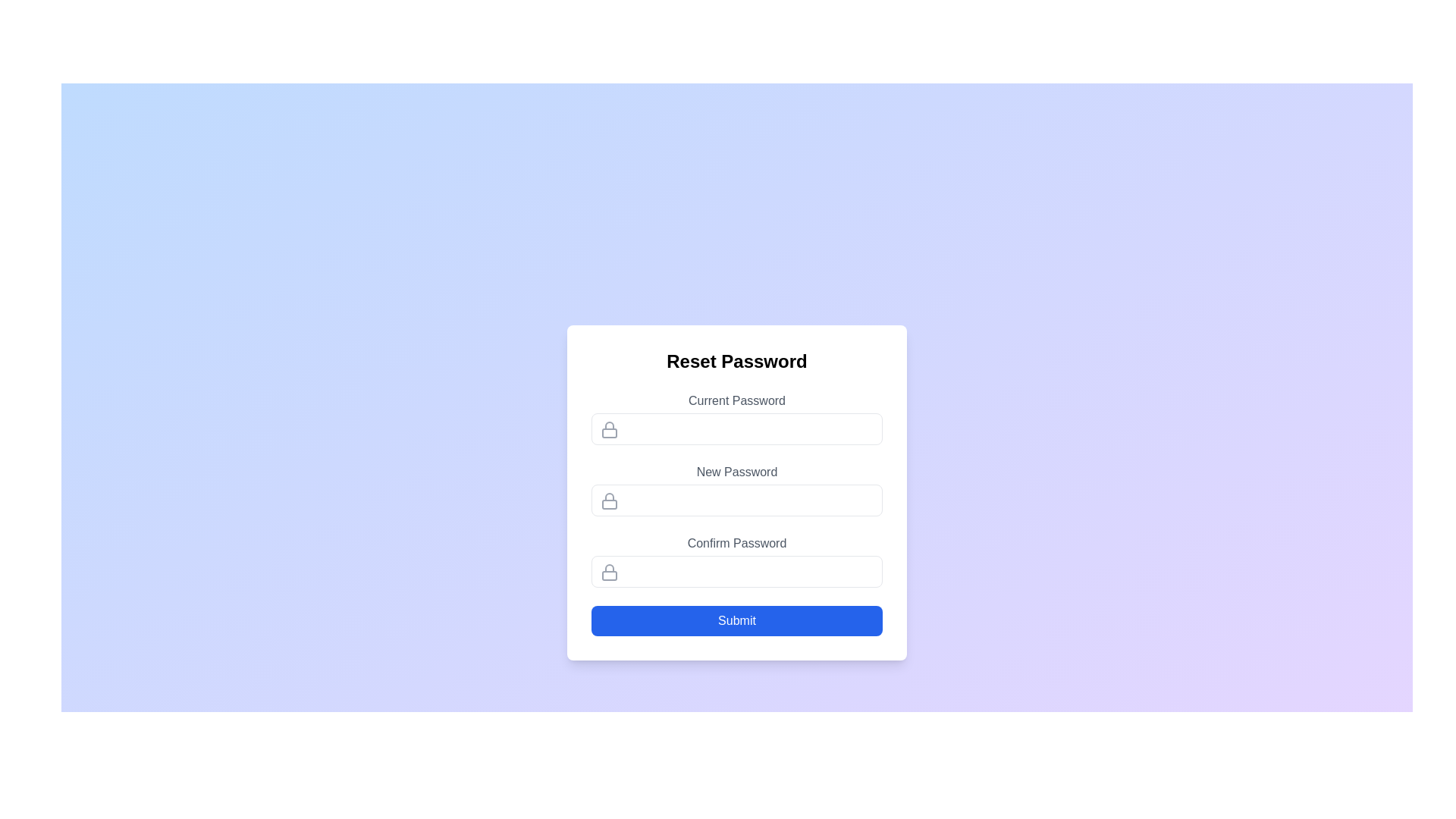 Image resolution: width=1456 pixels, height=819 pixels. What do you see at coordinates (736, 418) in the screenshot?
I see `the labeled text input field for the current password using the keyboard's tab key` at bounding box center [736, 418].